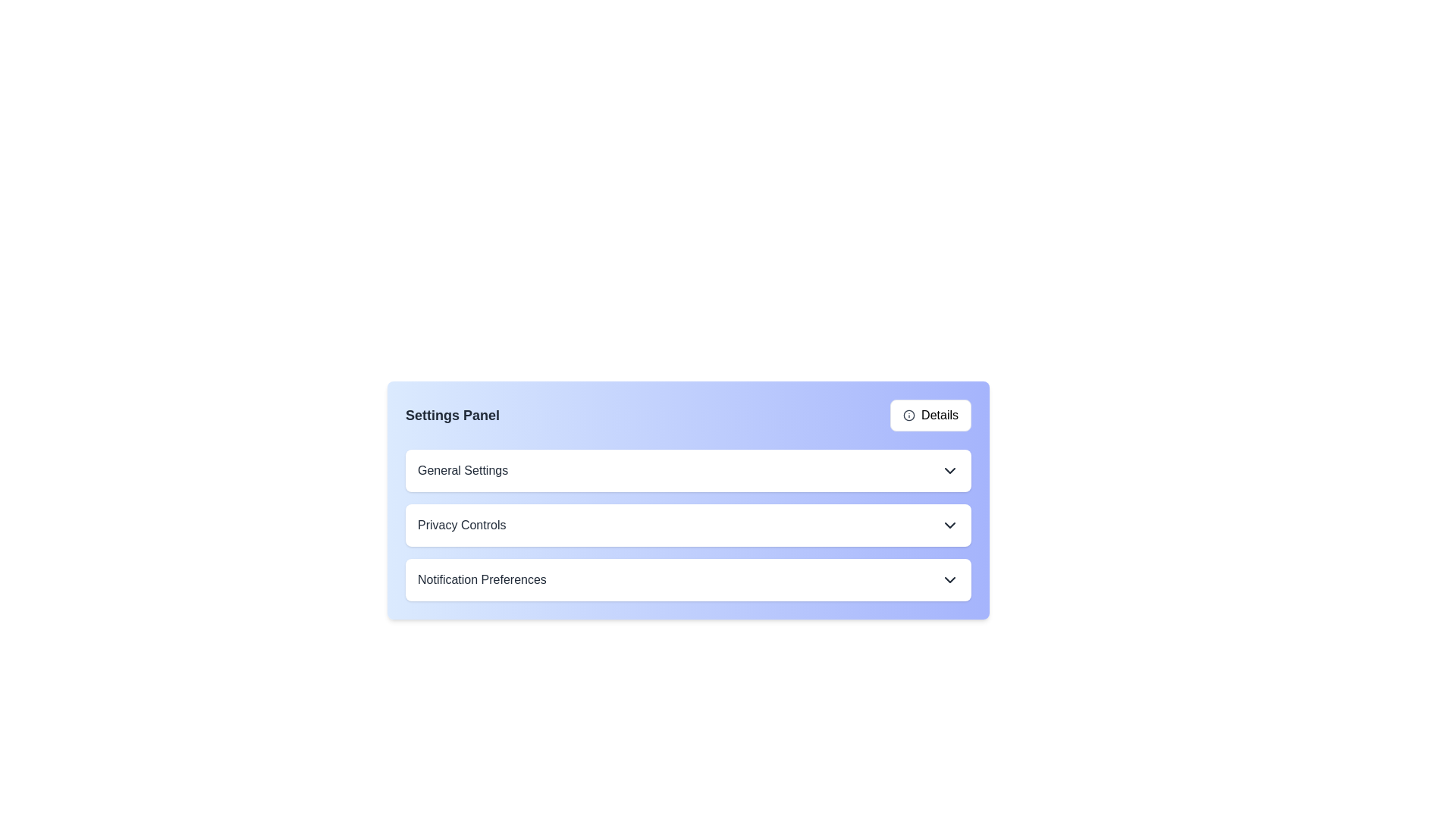 This screenshot has height=819, width=1456. Describe the element at coordinates (949, 525) in the screenshot. I see `the Chevron Icon located in the top-right corner of the 'Privacy Controls' section` at that location.